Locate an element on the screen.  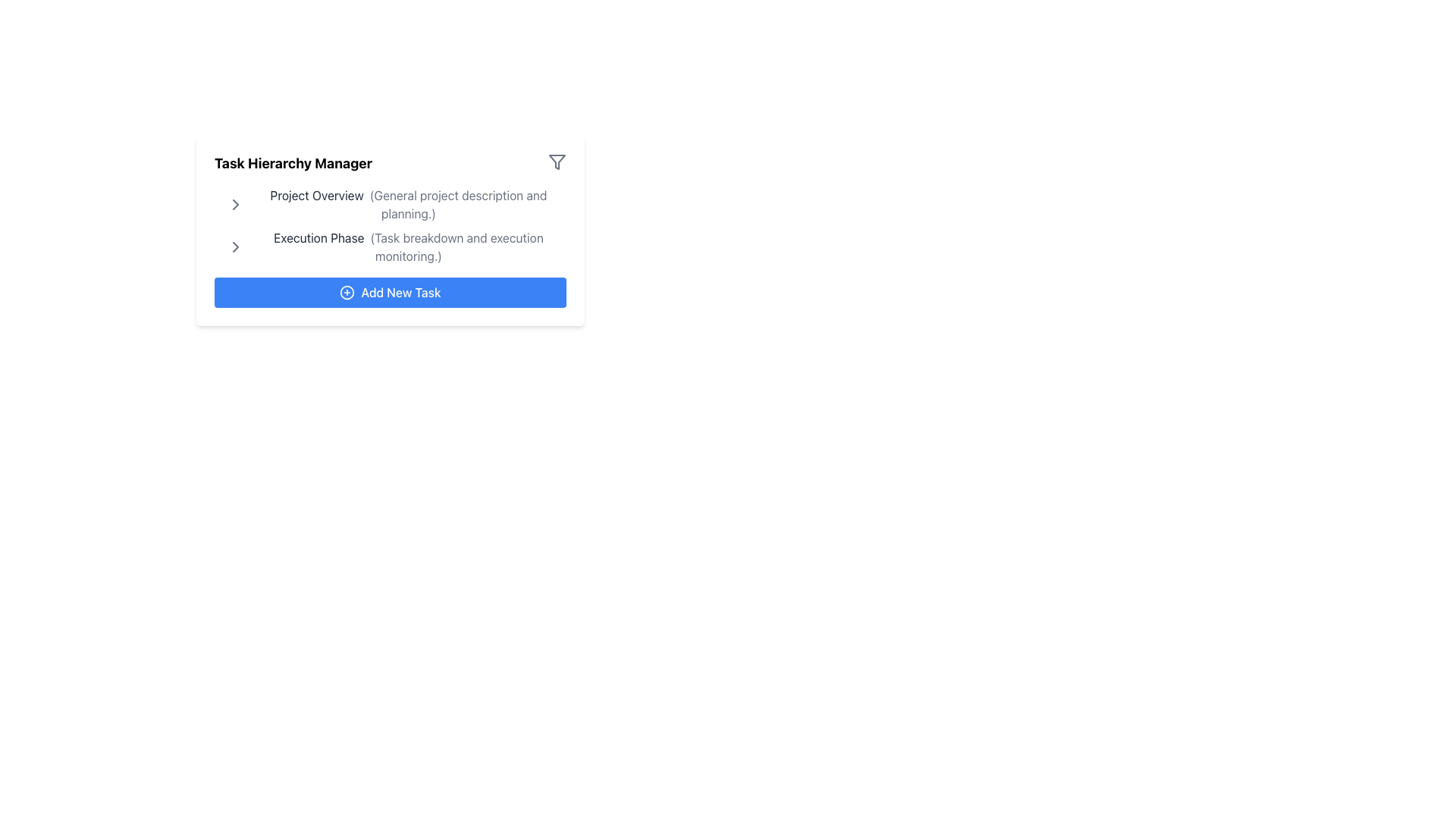
the text label reading '(General project description and planning.)', which is styled in gray and located to the right of the 'Project Overview' label under the 'Task Hierarchy Manager' header is located at coordinates (457, 205).